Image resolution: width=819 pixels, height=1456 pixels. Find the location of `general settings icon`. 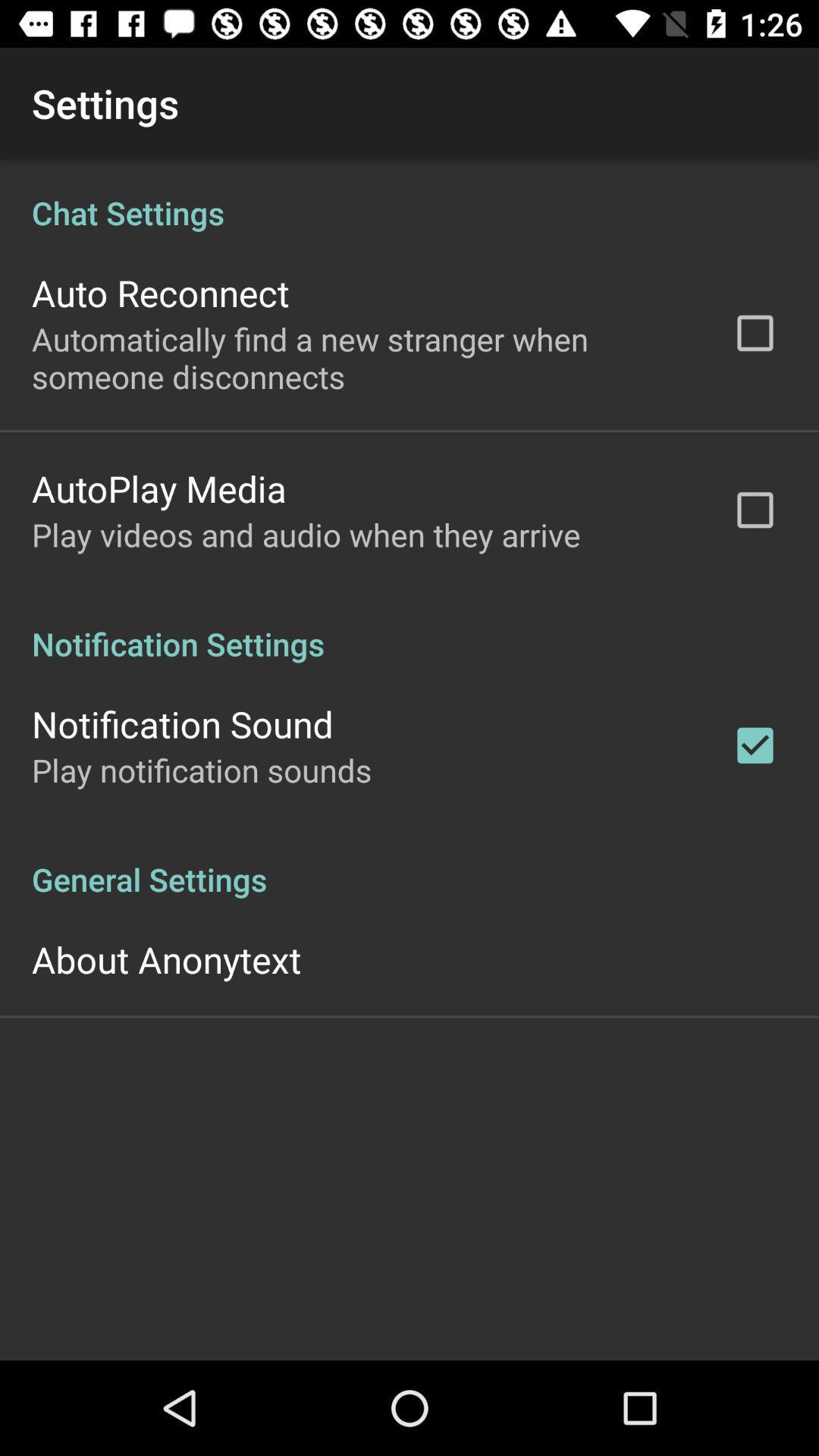

general settings icon is located at coordinates (409, 863).